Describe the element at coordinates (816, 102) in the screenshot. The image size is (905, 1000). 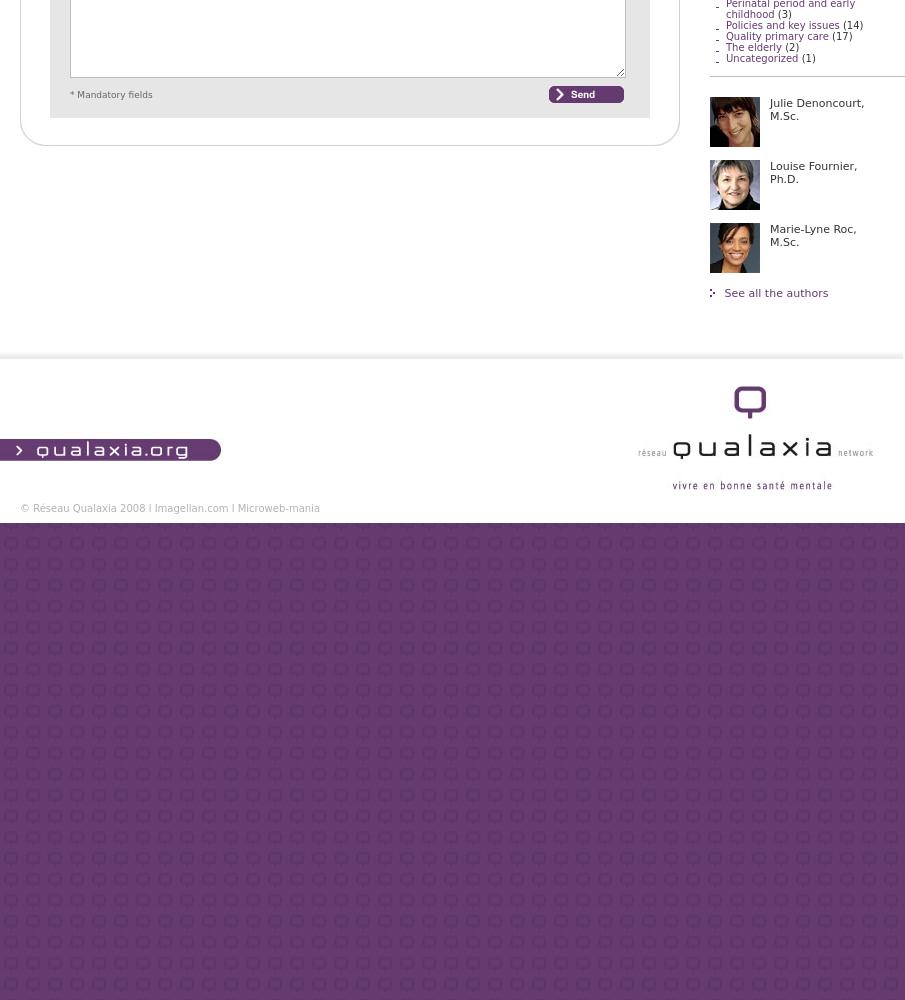
I see `'Julie Denoncourt,'` at that location.